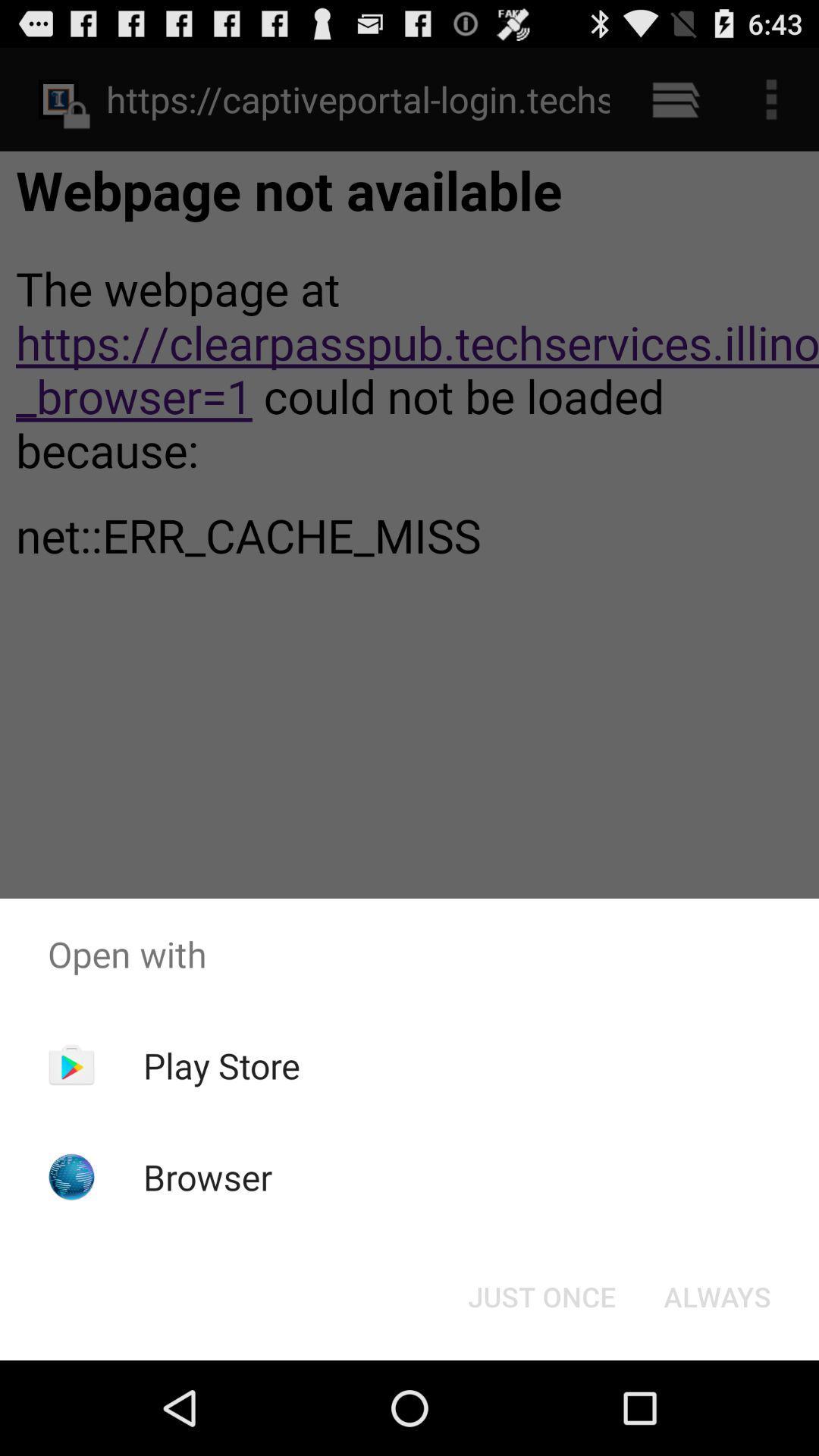 Image resolution: width=819 pixels, height=1456 pixels. What do you see at coordinates (541, 1295) in the screenshot?
I see `just once icon` at bounding box center [541, 1295].